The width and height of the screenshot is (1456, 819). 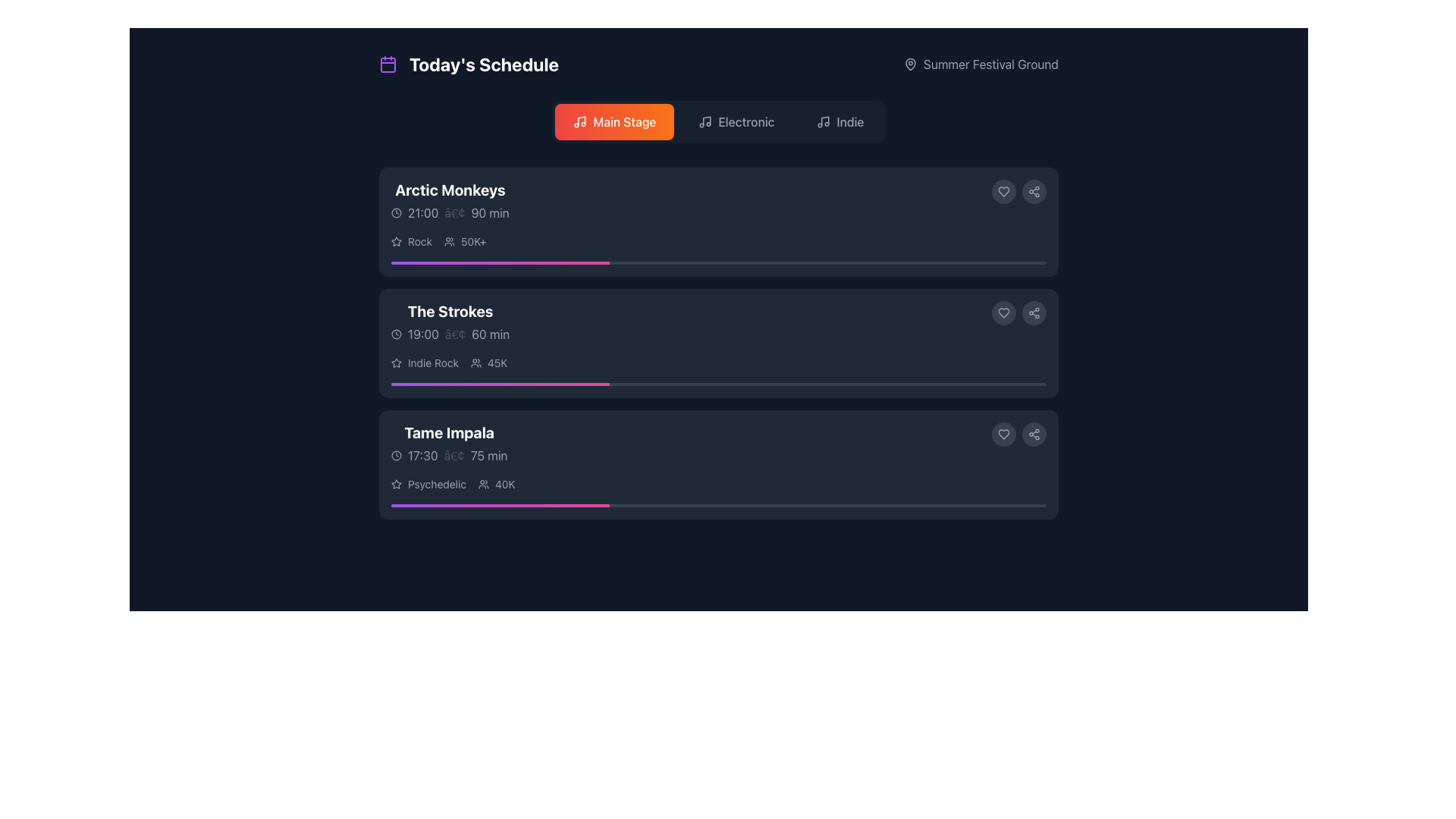 What do you see at coordinates (718, 262) in the screenshot?
I see `the progress bar located at the bottom edge of the 'Arctic Monkeys' event card, which visually represents the completion status` at bounding box center [718, 262].